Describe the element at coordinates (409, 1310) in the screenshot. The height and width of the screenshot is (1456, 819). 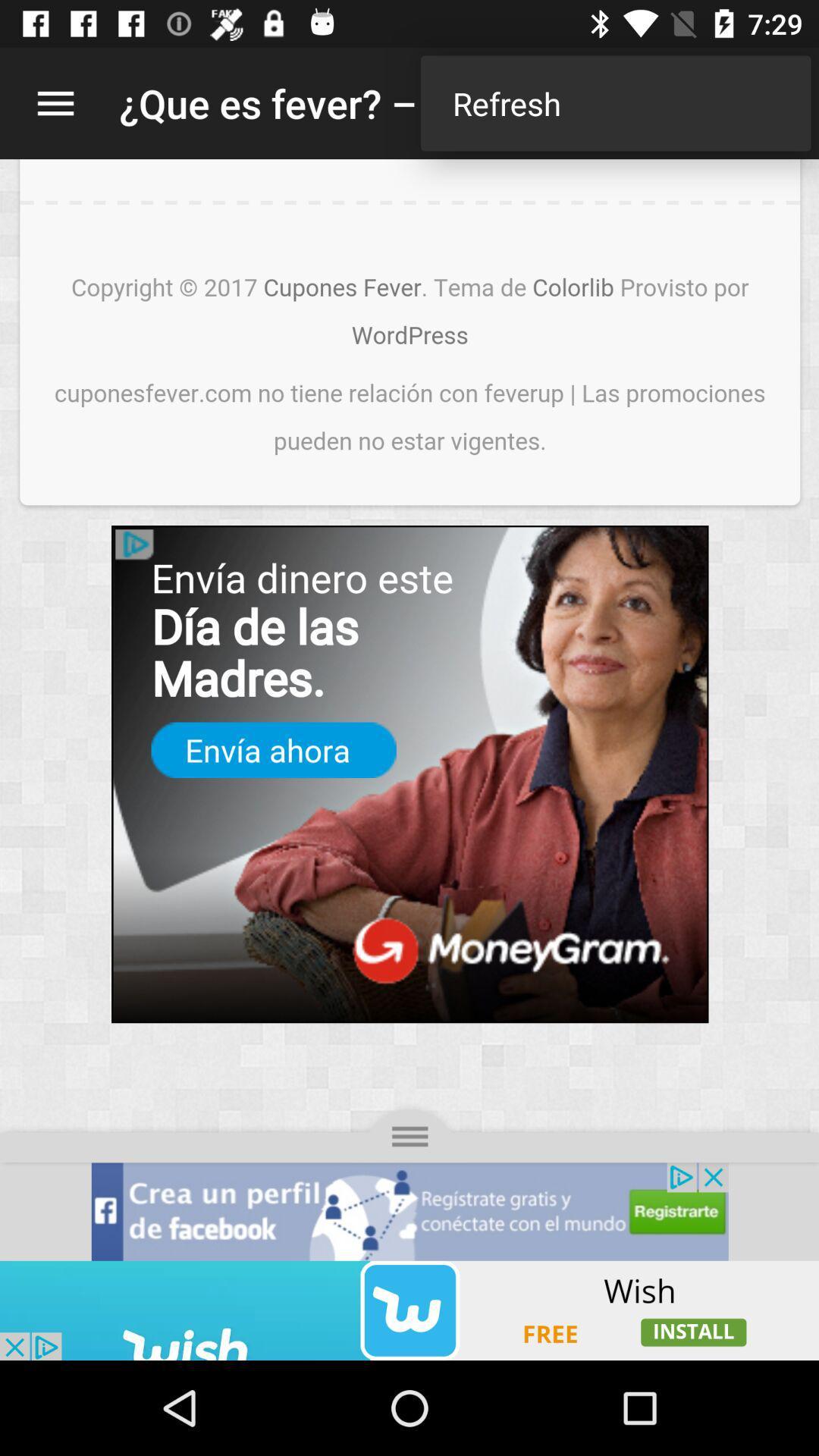
I see `visit advertiser website` at that location.